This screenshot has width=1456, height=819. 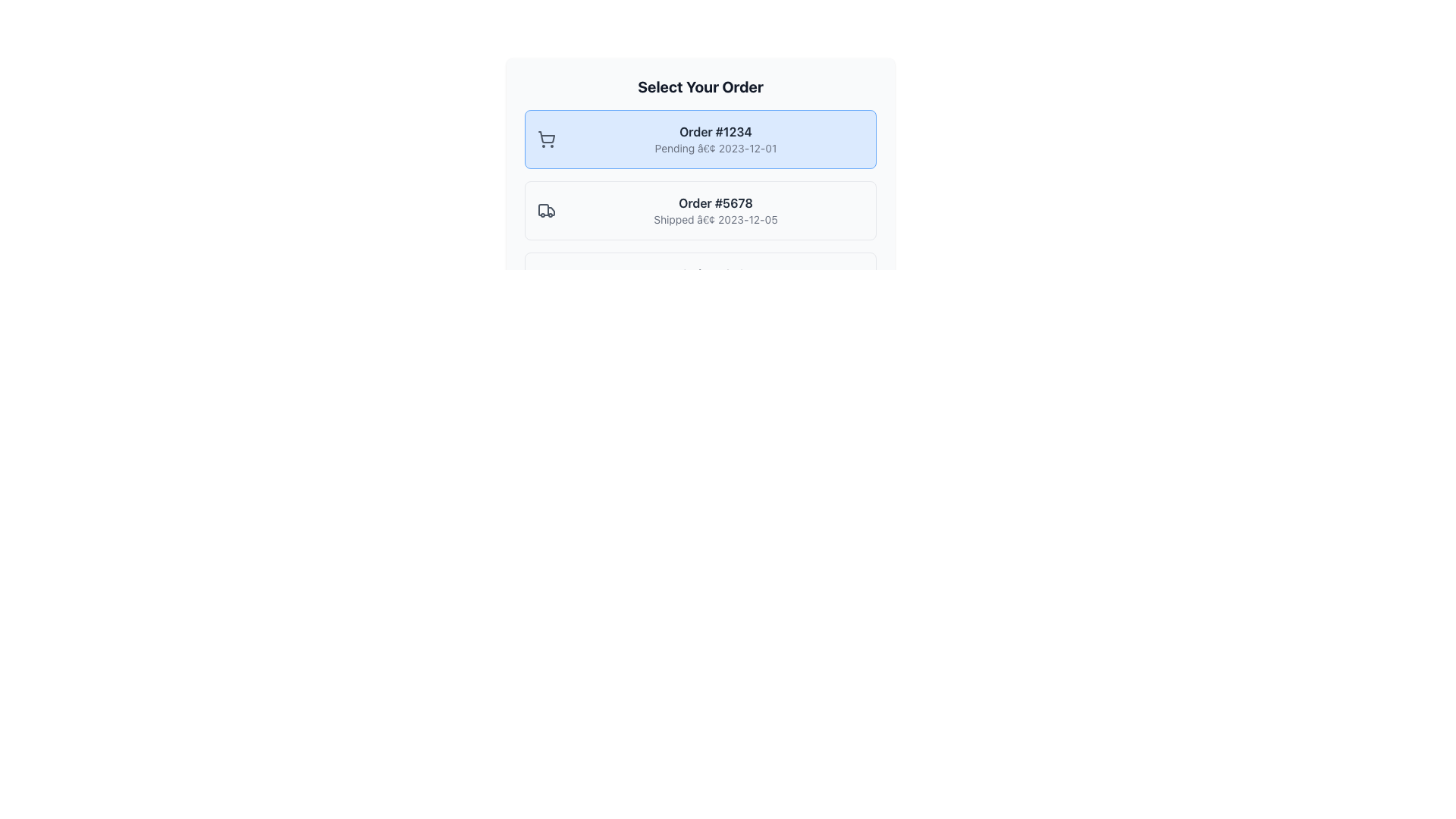 What do you see at coordinates (715, 219) in the screenshot?
I see `the static text label displaying 'Shipped • 2023-12-05', which is positioned under the title 'Order #5678'` at bounding box center [715, 219].